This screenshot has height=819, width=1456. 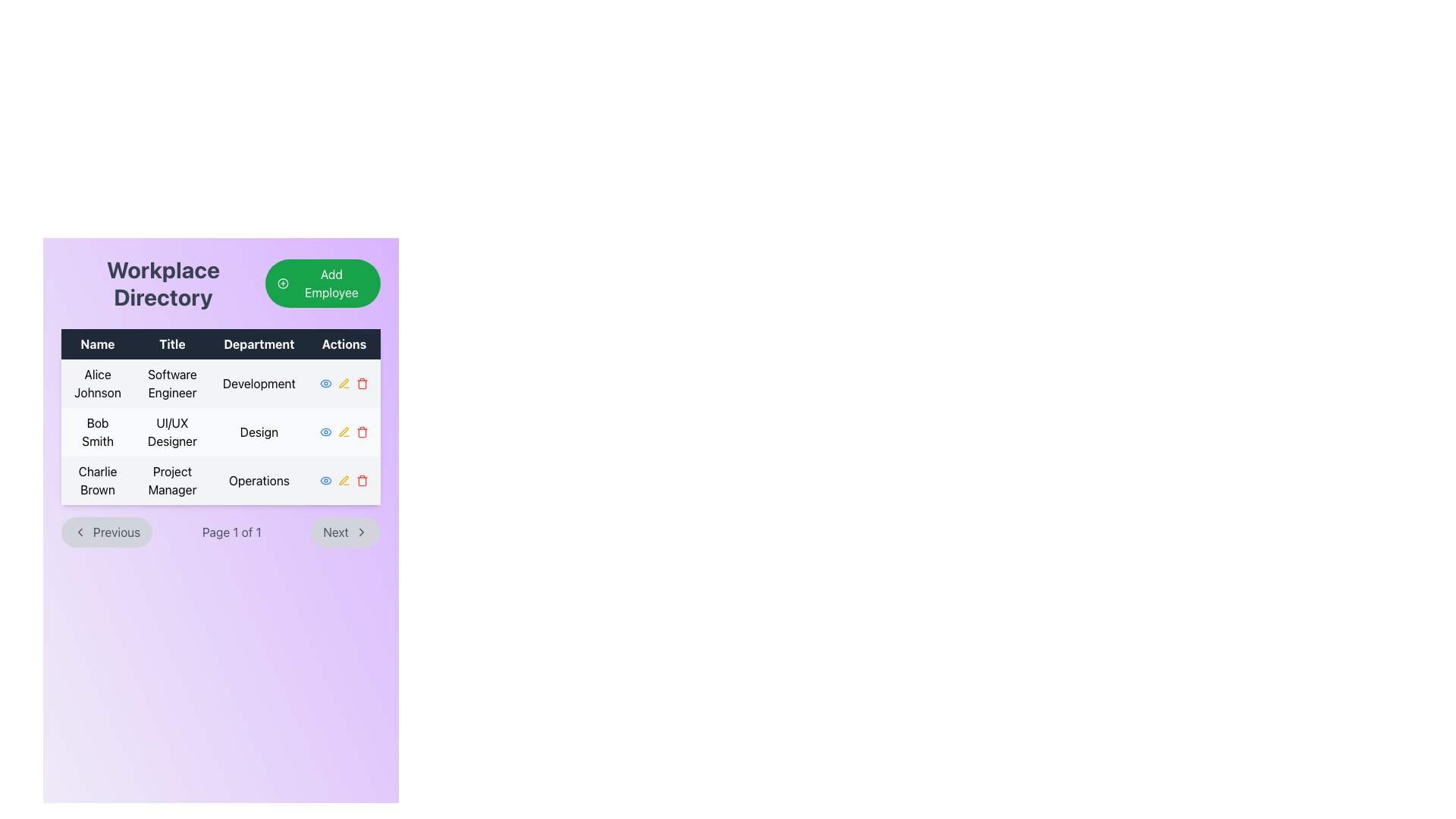 I want to click on the static text display that shows 'Development' in the 'Department' column of the table, aligned with 'Alice Johnson', so click(x=259, y=382).